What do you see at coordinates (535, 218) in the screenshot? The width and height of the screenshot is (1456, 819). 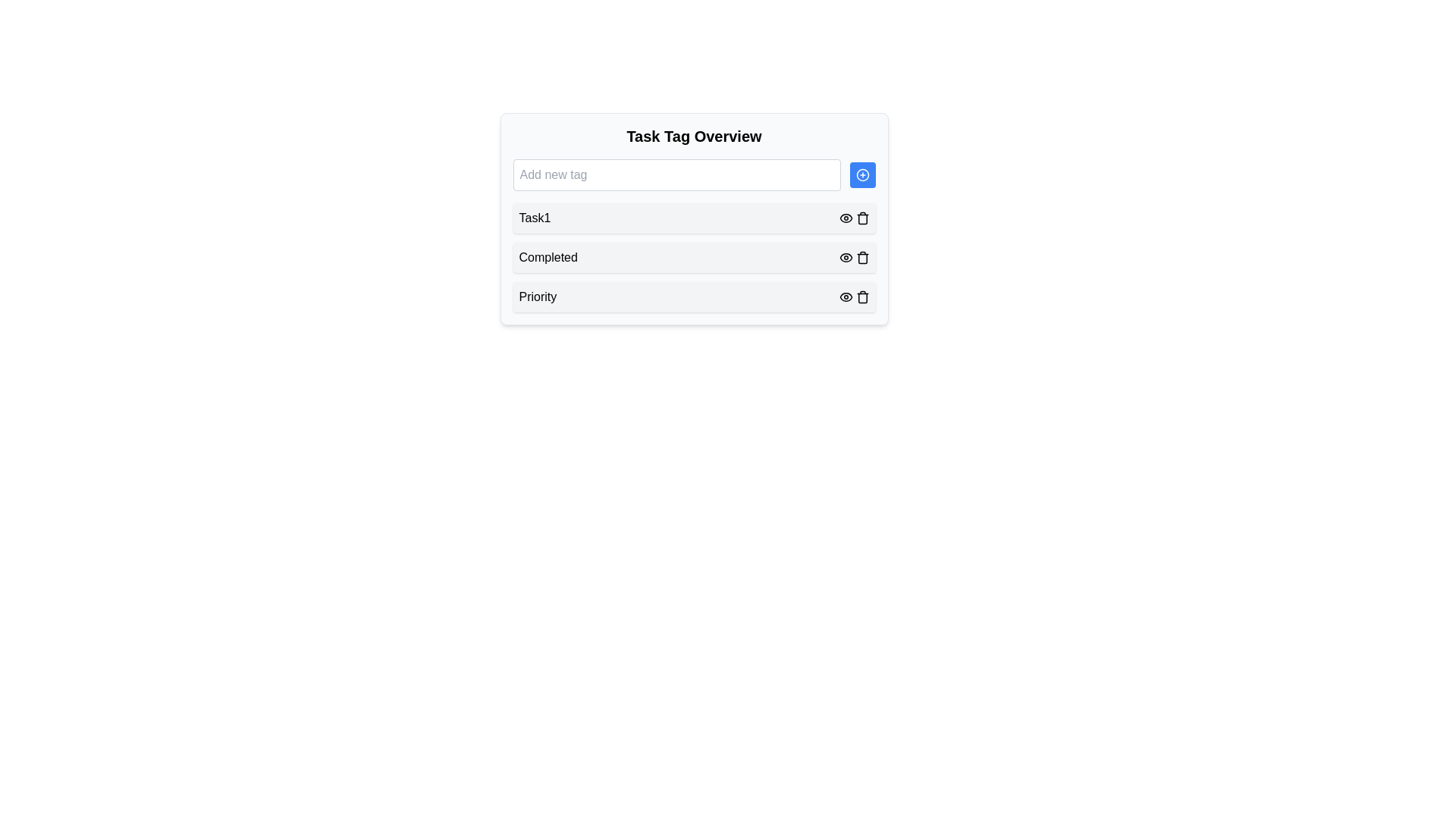 I see `the Text label identifying the task named 'Task1' in the task management interface, which is positioned as the first item under 'Task Tag Overview'` at bounding box center [535, 218].